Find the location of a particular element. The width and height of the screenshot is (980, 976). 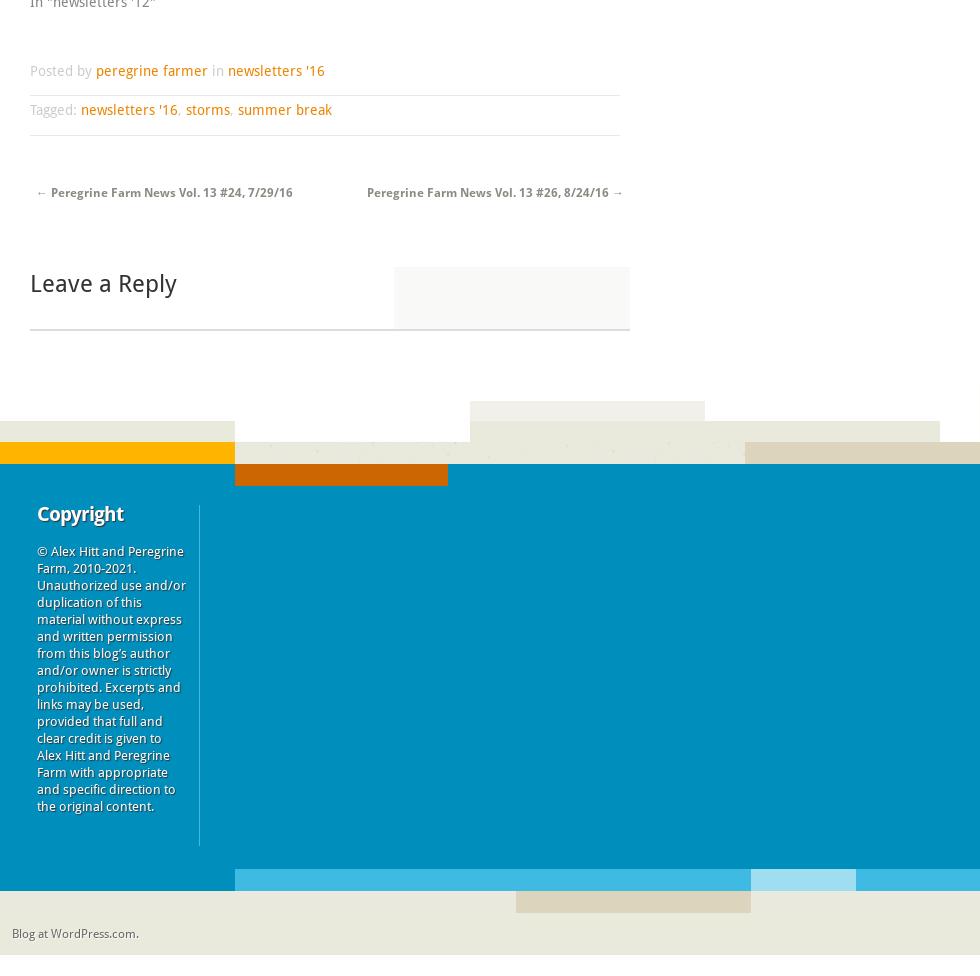

'summer break' is located at coordinates (284, 109).